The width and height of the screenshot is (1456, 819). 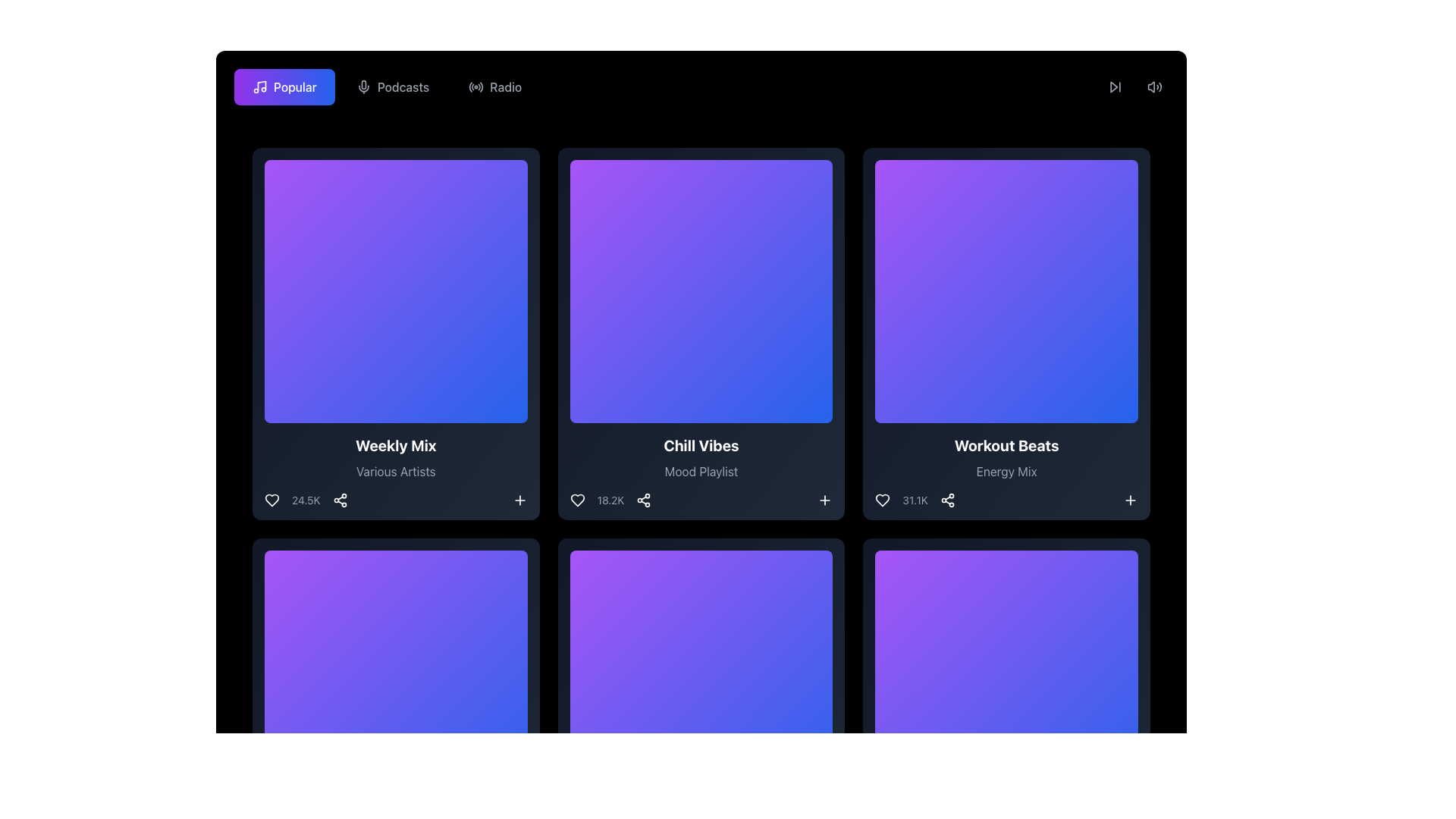 I want to click on the skip or volume icons in the top right corner of the control panel to interact with them, so click(x=1135, y=87).